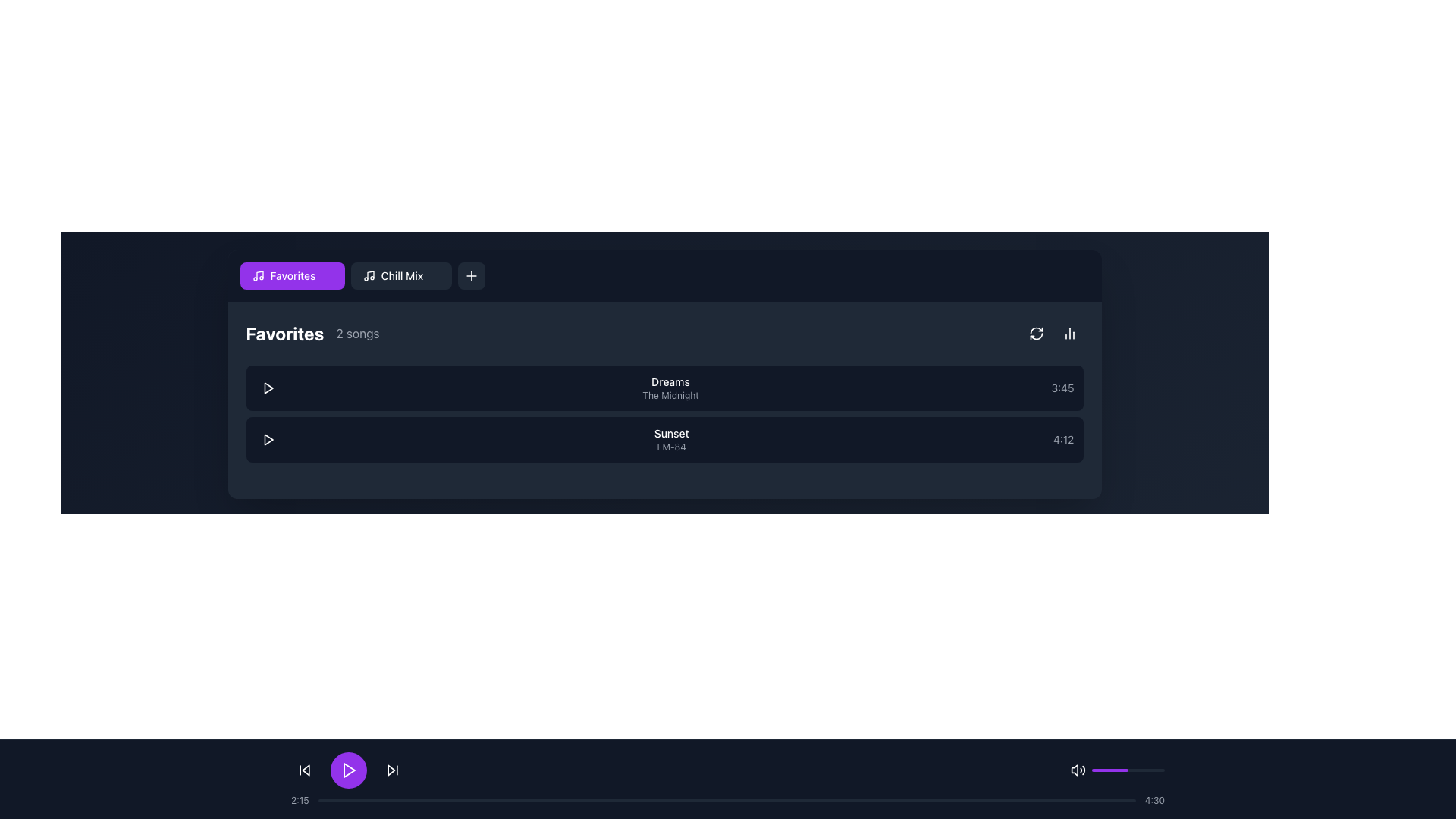 The image size is (1456, 819). Describe the element at coordinates (1124, 770) in the screenshot. I see `the volume slider` at that location.